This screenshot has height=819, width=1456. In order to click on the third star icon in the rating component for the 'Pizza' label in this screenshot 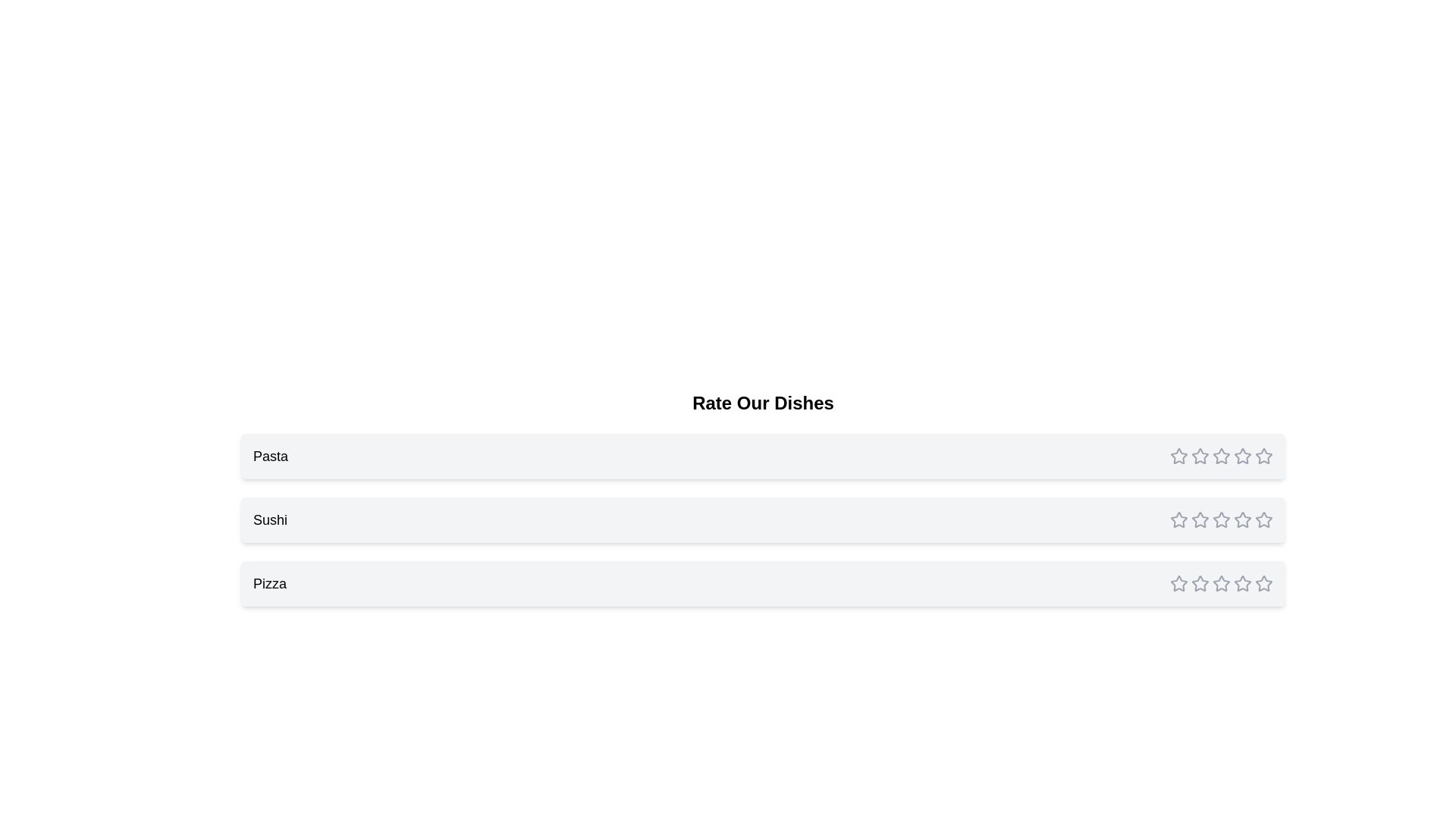, I will do `click(1222, 583)`.